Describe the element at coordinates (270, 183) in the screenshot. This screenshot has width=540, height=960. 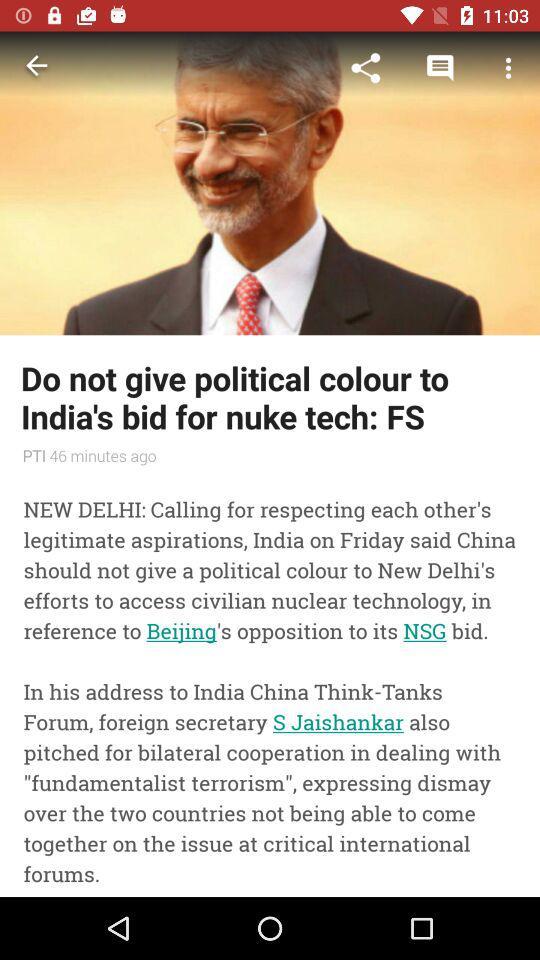
I see `image` at that location.